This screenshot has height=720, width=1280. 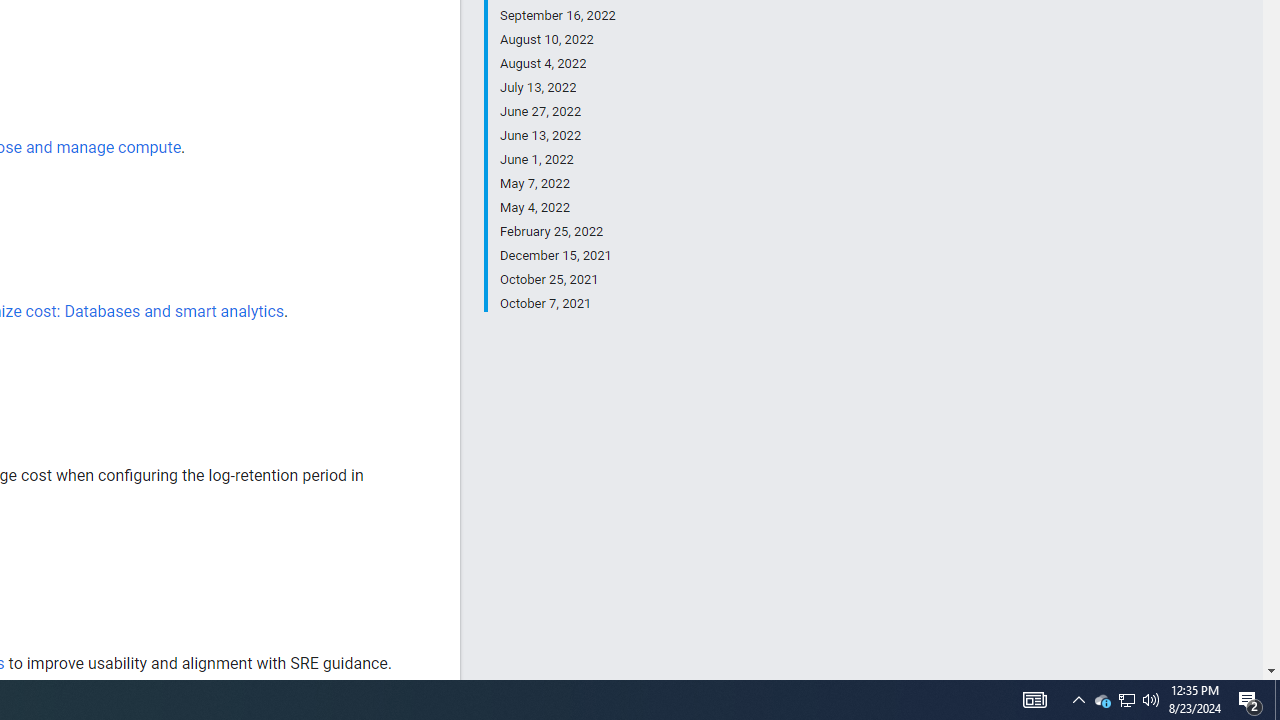 What do you see at coordinates (557, 39) in the screenshot?
I see `'August 10, 2022'` at bounding box center [557, 39].